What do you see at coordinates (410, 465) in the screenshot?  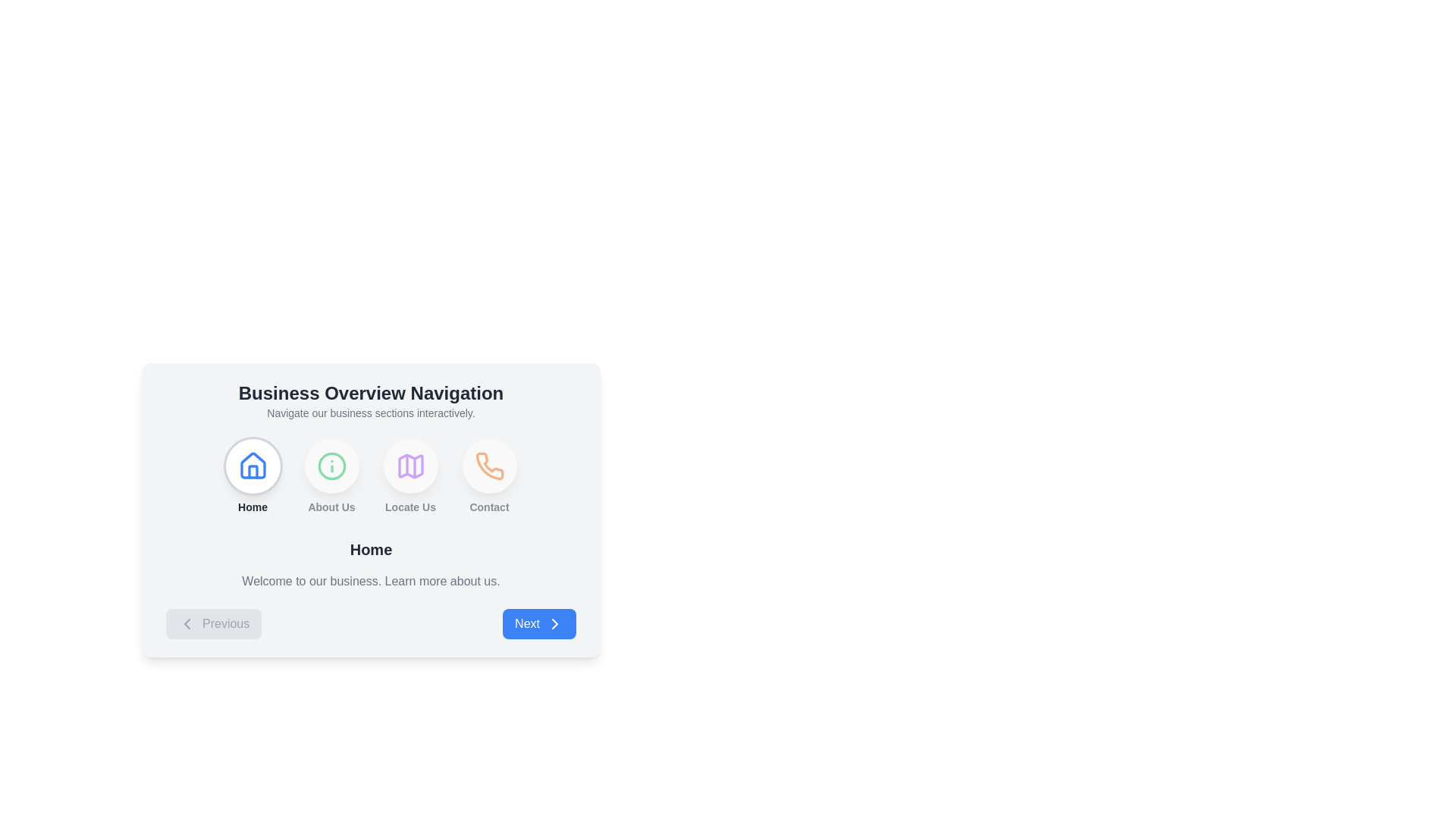 I see `the third circular button with a white background and a purple outline of a map icon, located below the 'Locate Us' label in the 'Business Overview Navigation' section` at bounding box center [410, 465].